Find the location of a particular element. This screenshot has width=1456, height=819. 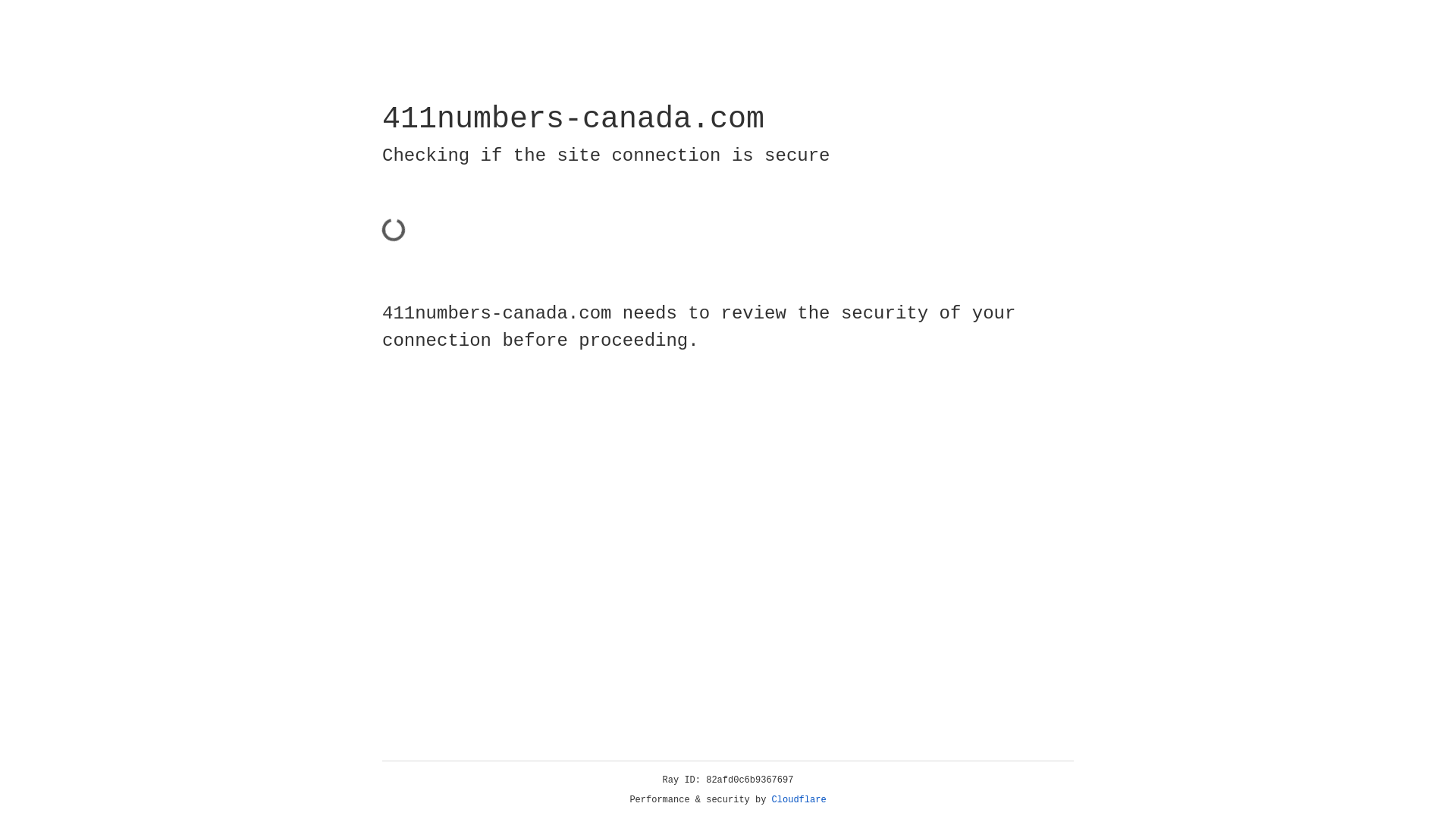

'Cloudflare' is located at coordinates (799, 799).